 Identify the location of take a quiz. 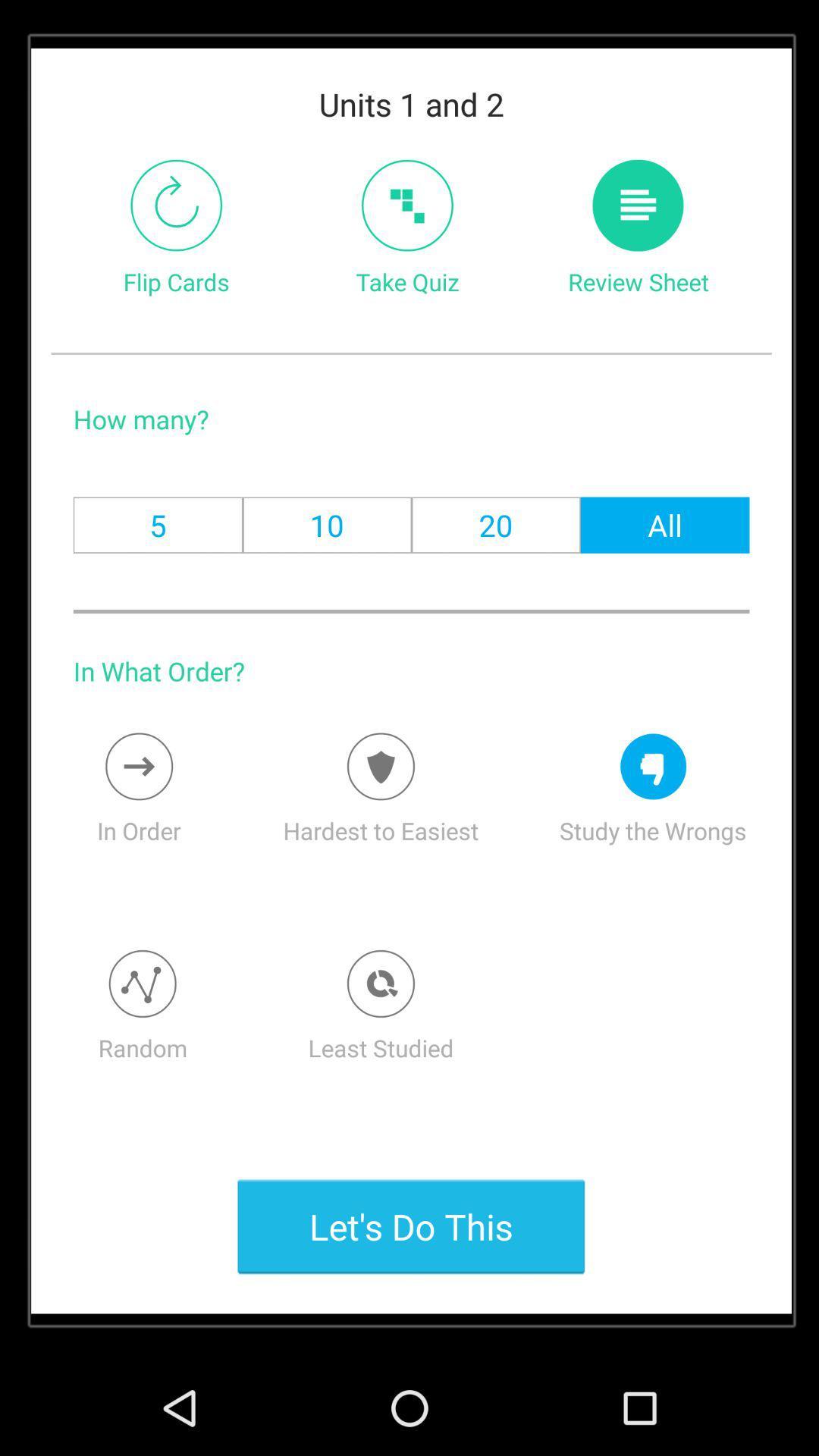
(406, 205).